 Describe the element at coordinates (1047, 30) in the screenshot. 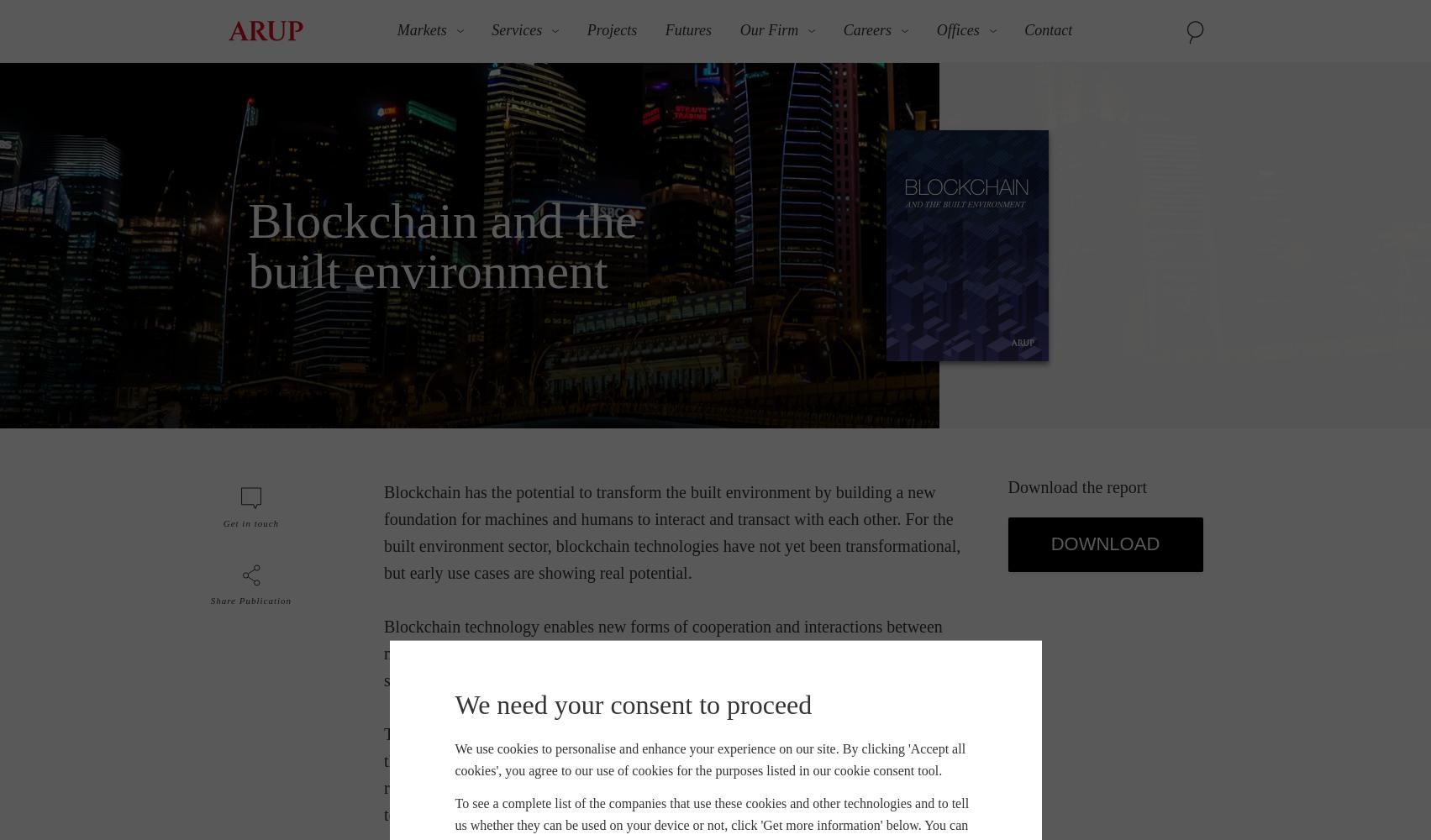

I see `'Contact'` at that location.